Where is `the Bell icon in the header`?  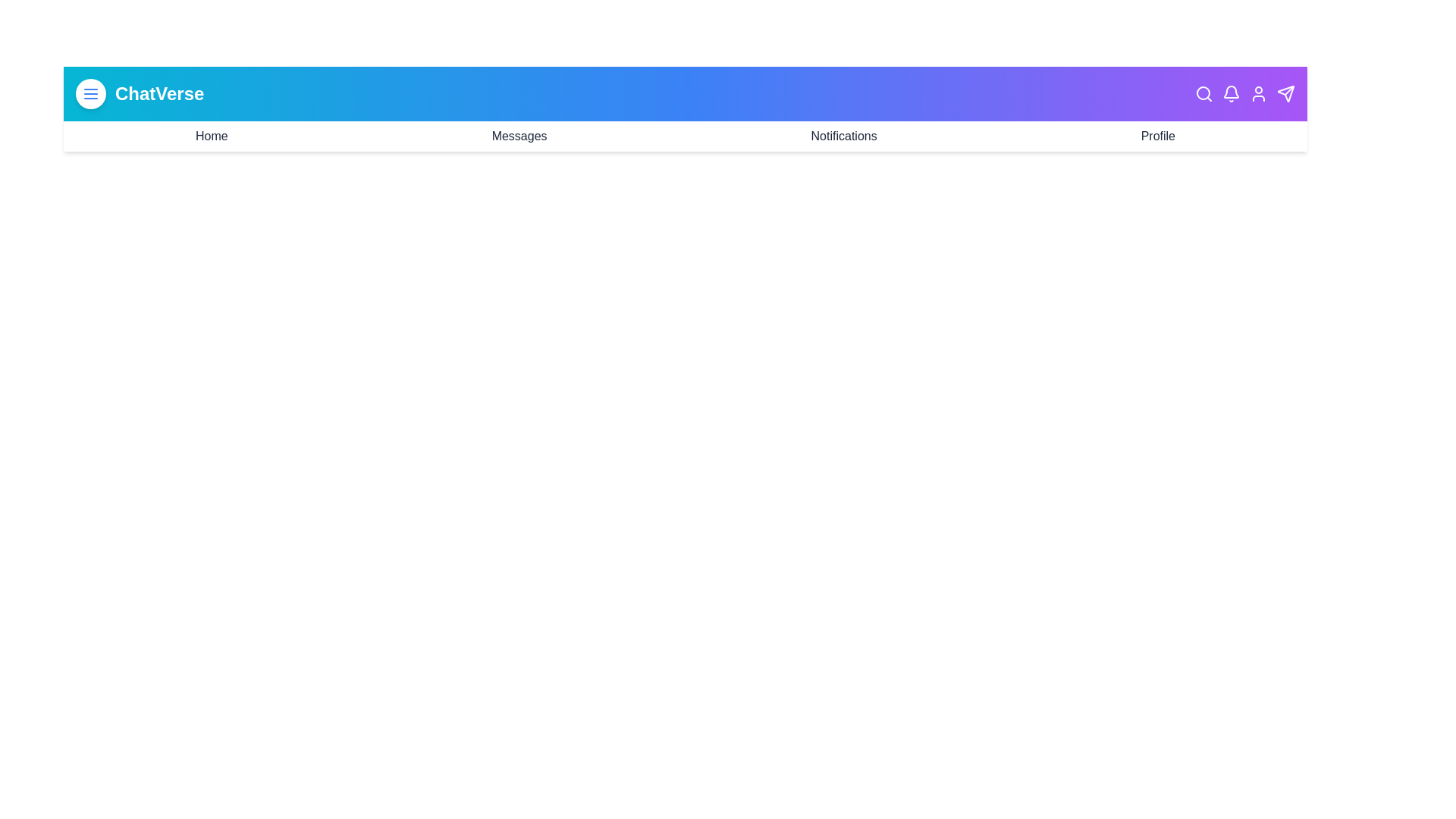
the Bell icon in the header is located at coordinates (1231, 93).